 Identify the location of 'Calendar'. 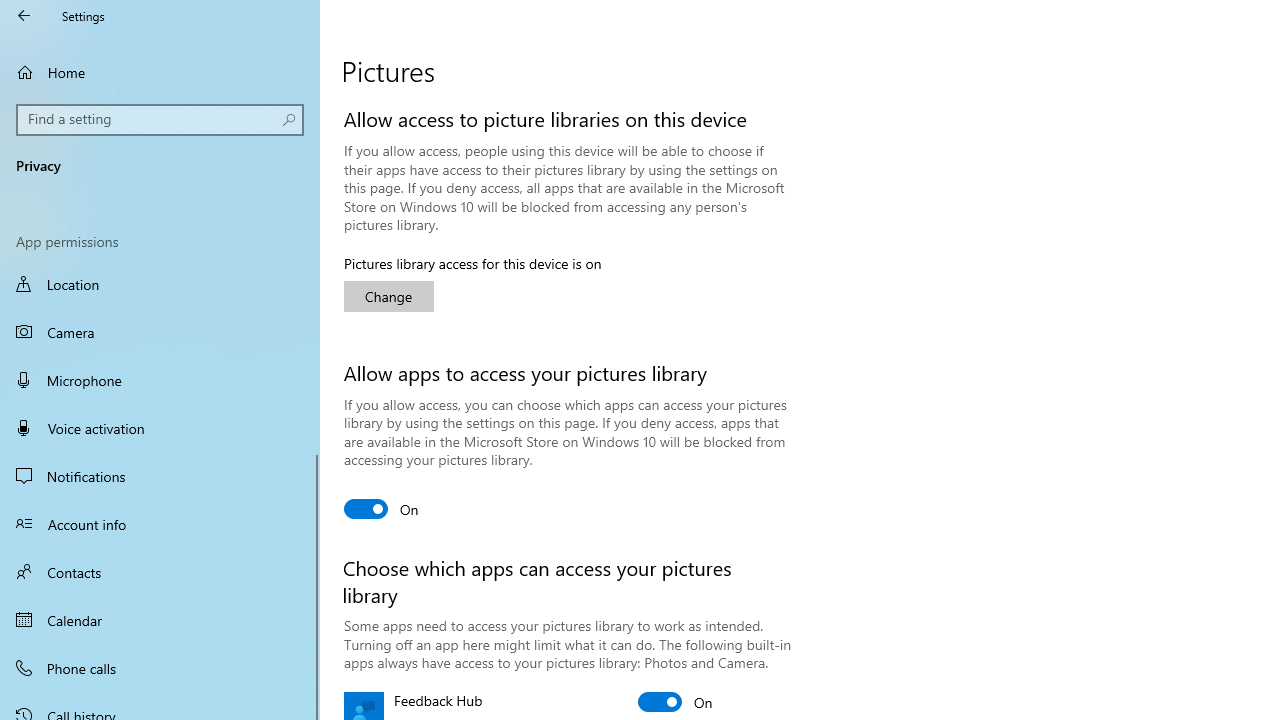
(160, 618).